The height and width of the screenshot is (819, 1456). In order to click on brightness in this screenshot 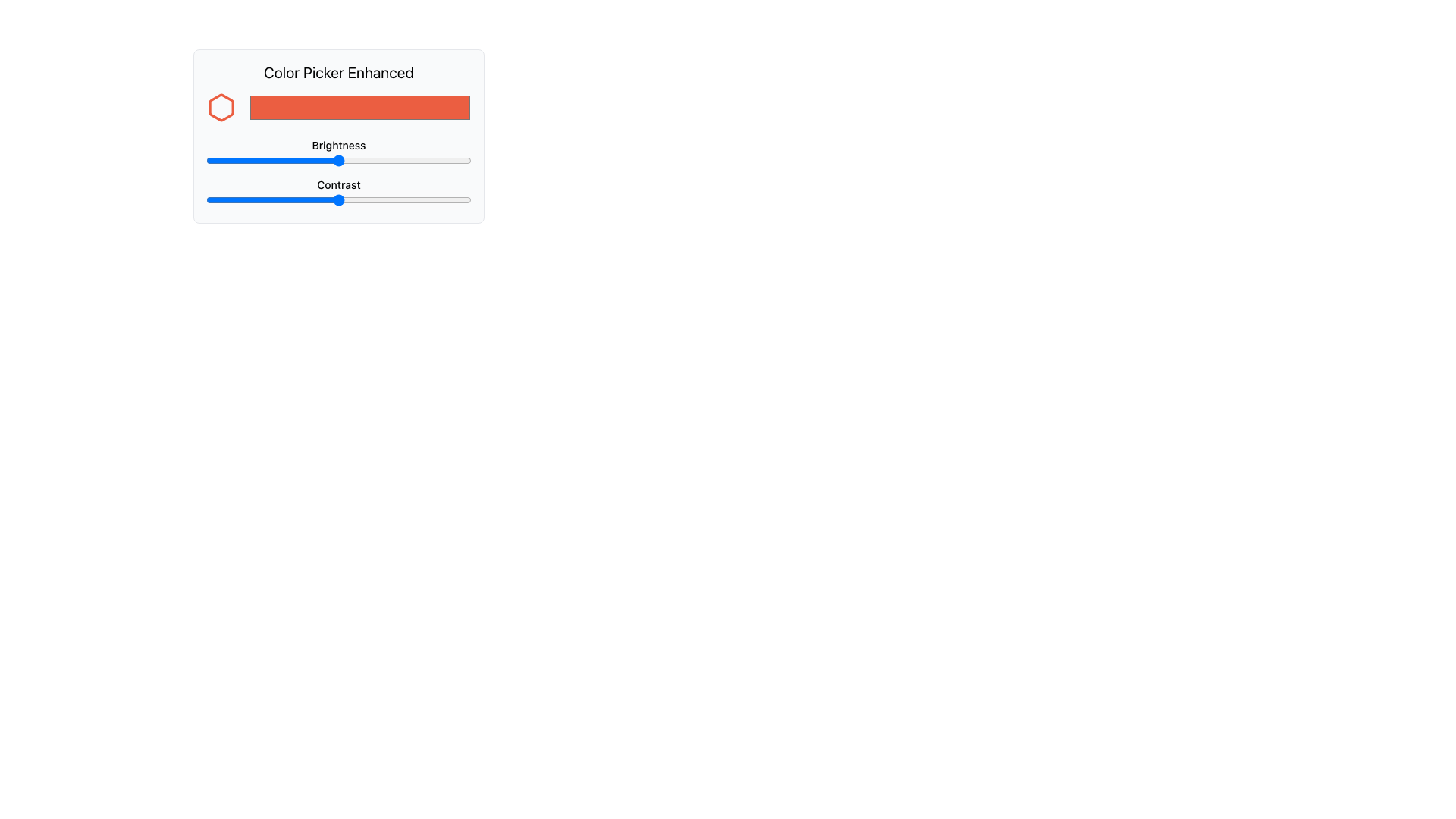, I will do `click(407, 161)`.